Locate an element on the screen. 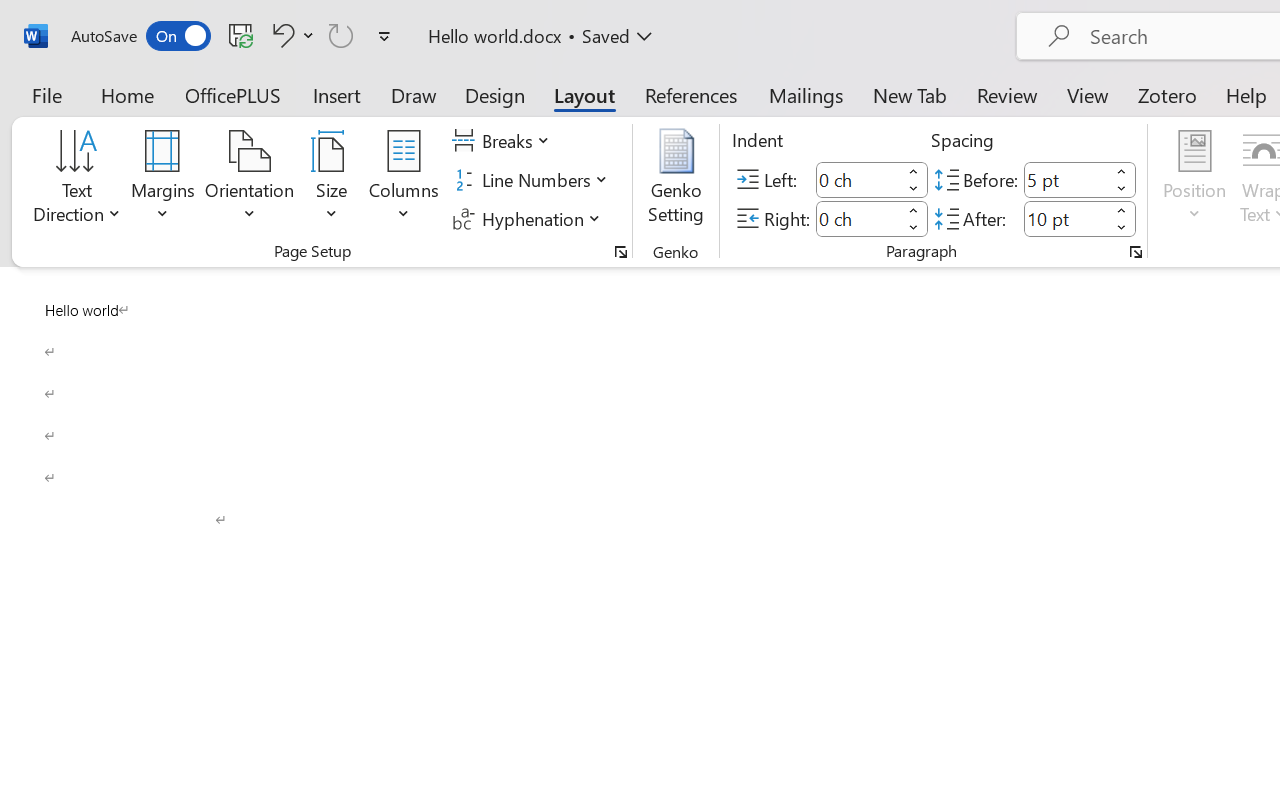  'Draw' is located at coordinates (413, 94).